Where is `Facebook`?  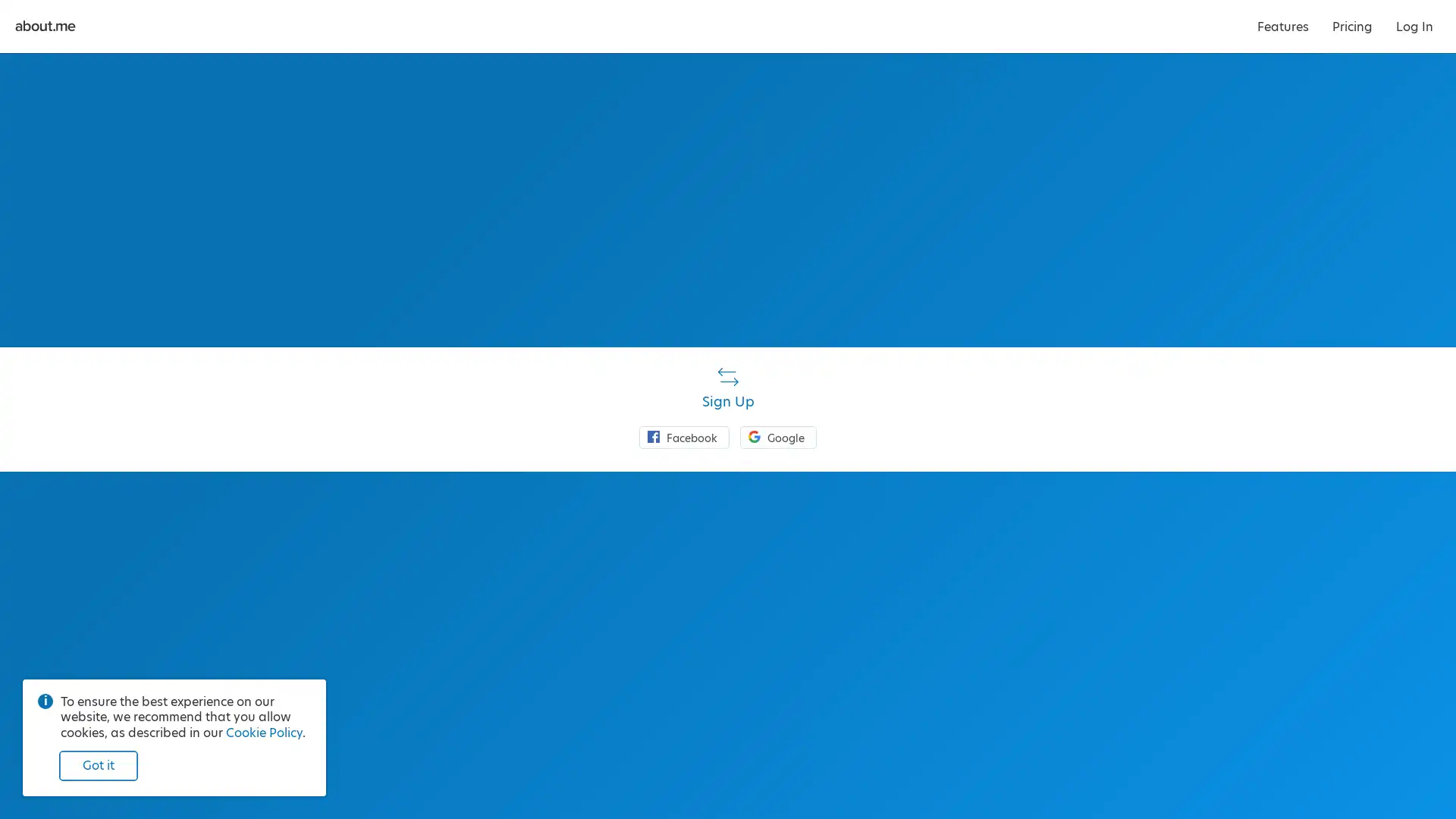
Facebook is located at coordinates (683, 436).